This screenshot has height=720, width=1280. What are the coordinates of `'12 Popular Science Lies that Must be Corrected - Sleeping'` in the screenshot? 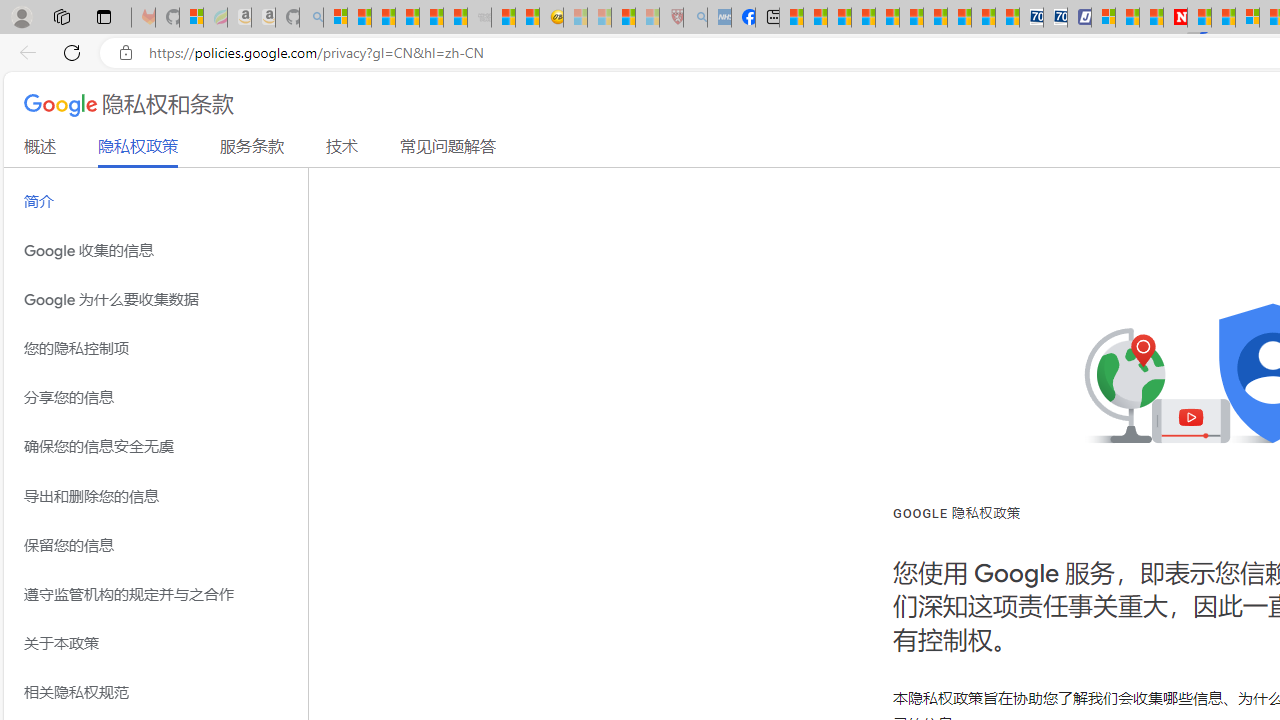 It's located at (647, 17).